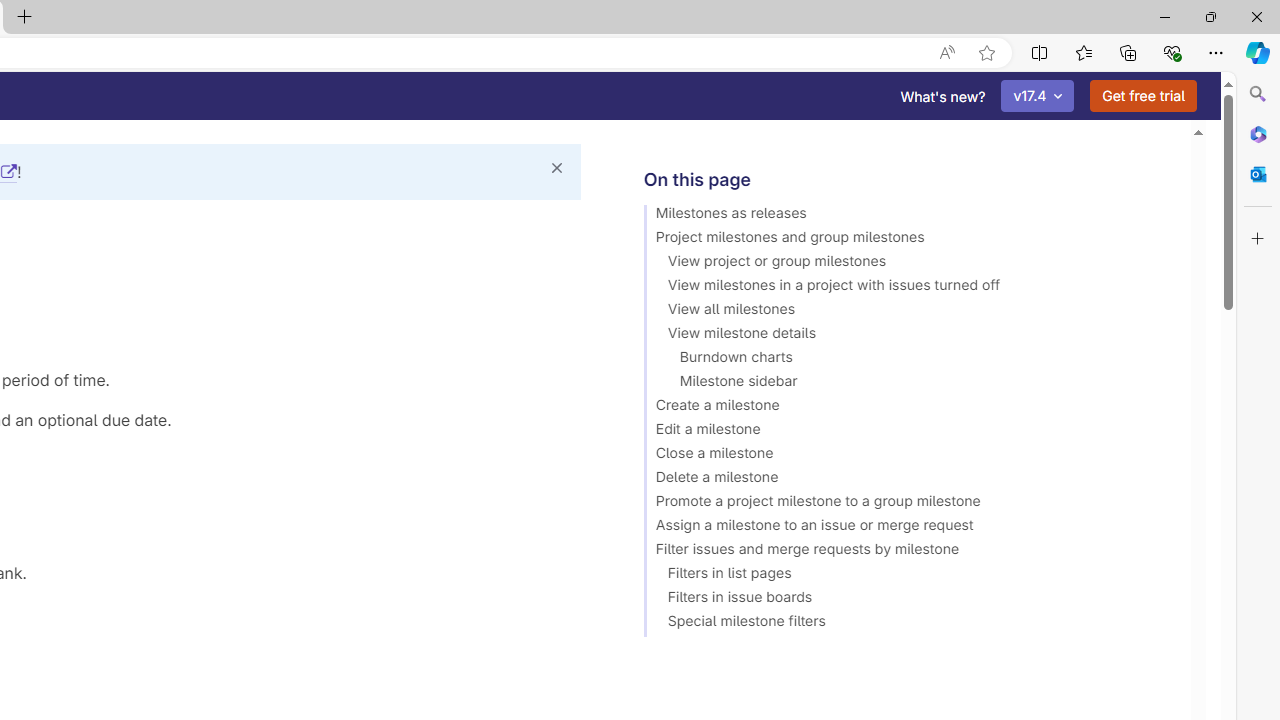  What do you see at coordinates (907, 312) in the screenshot?
I see `'View all milestones'` at bounding box center [907, 312].